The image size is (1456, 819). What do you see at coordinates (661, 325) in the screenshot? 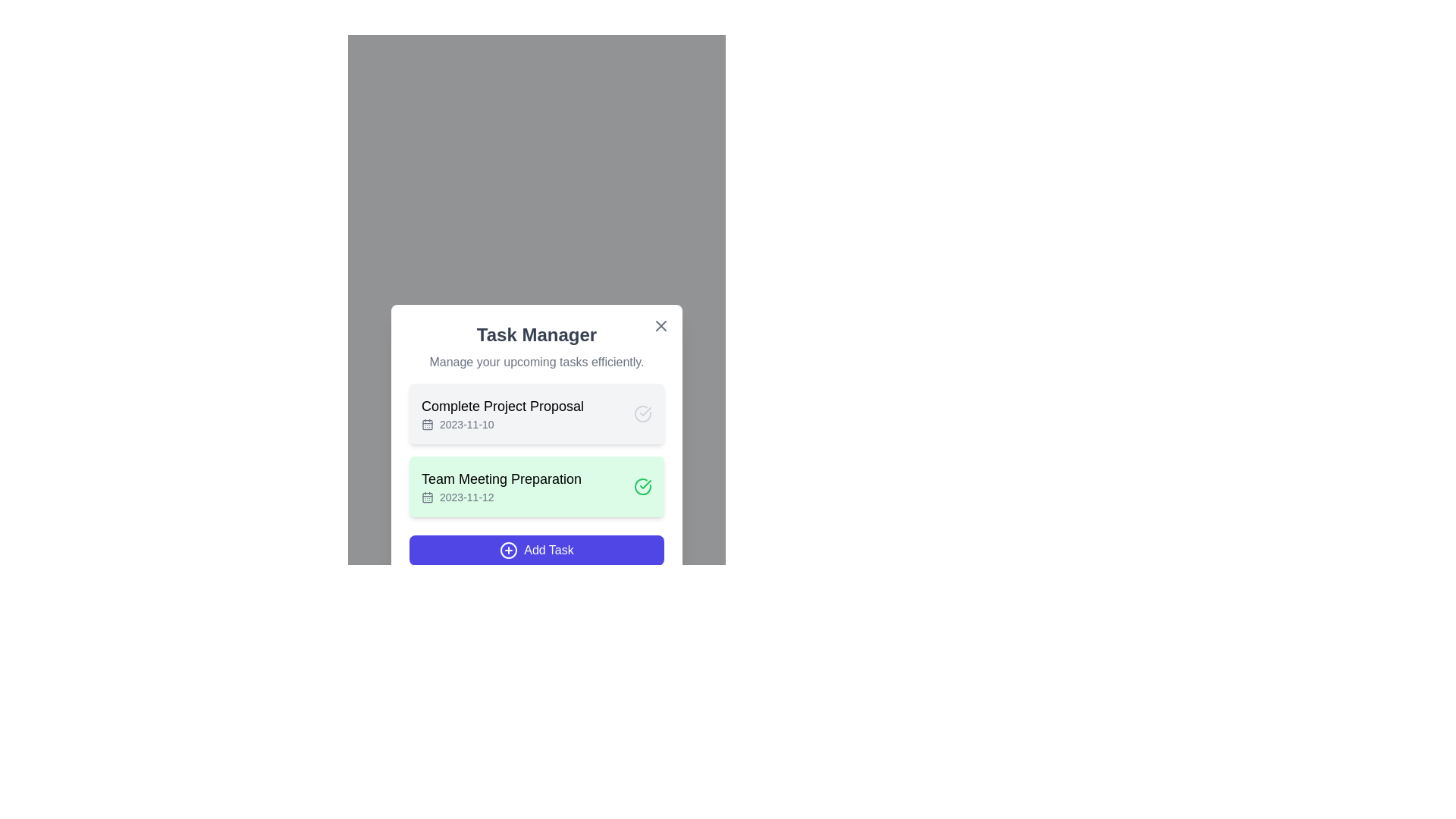
I see `the small 'X' icon button located at the top-right corner of the 'Task Manager' modal` at bounding box center [661, 325].